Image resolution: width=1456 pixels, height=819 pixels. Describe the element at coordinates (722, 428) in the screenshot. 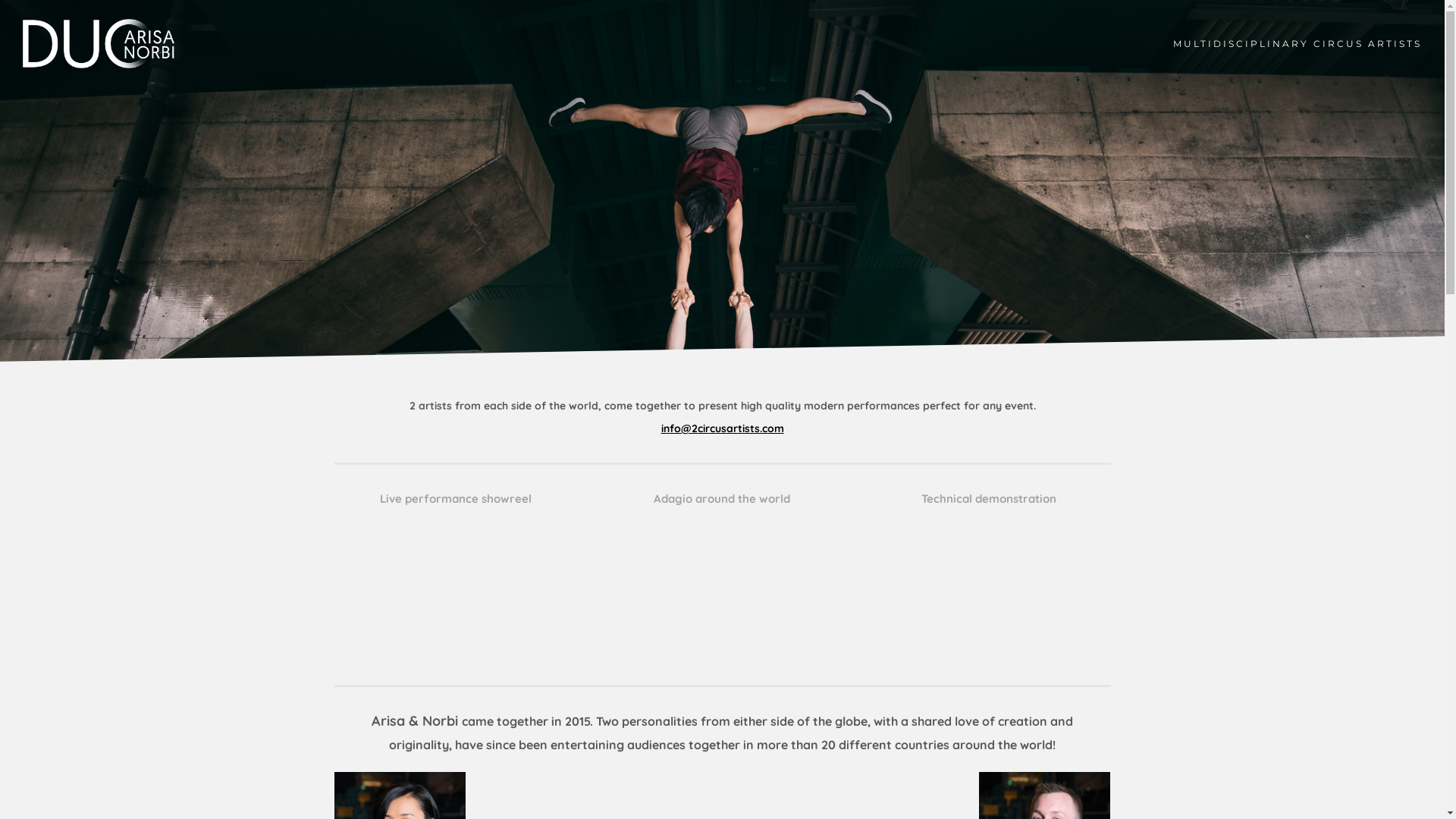

I see `'info@2circusartists.com'` at that location.